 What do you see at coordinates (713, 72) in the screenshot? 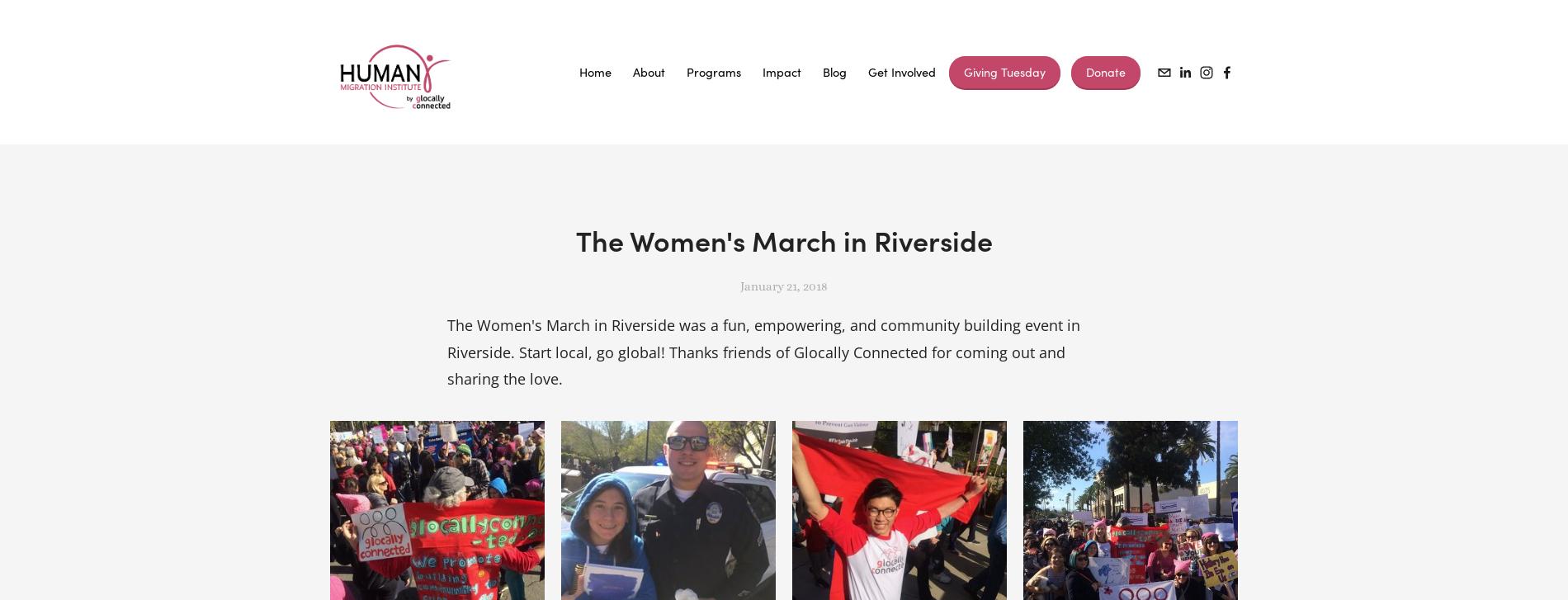
I see `'Programs'` at bounding box center [713, 72].